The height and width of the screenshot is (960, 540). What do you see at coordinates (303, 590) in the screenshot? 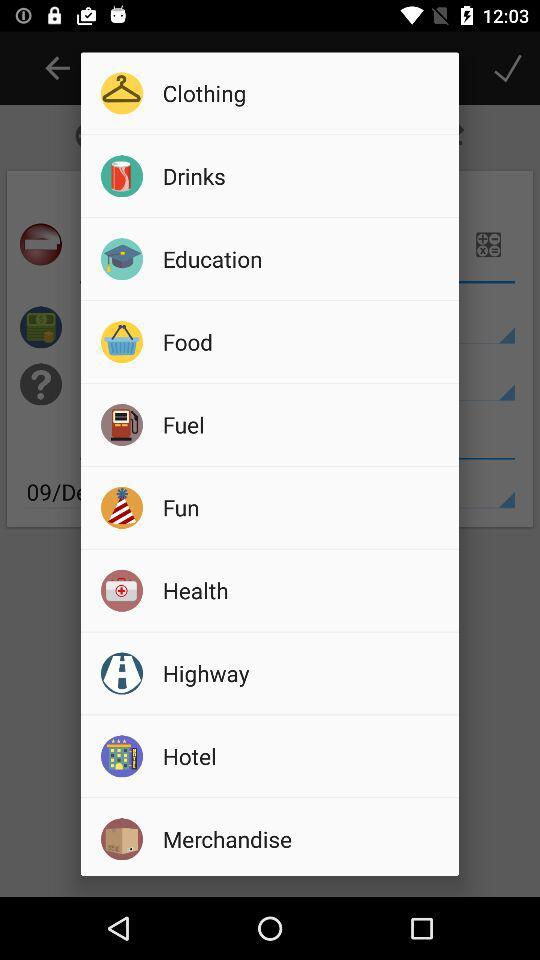
I see `icon above highway icon` at bounding box center [303, 590].